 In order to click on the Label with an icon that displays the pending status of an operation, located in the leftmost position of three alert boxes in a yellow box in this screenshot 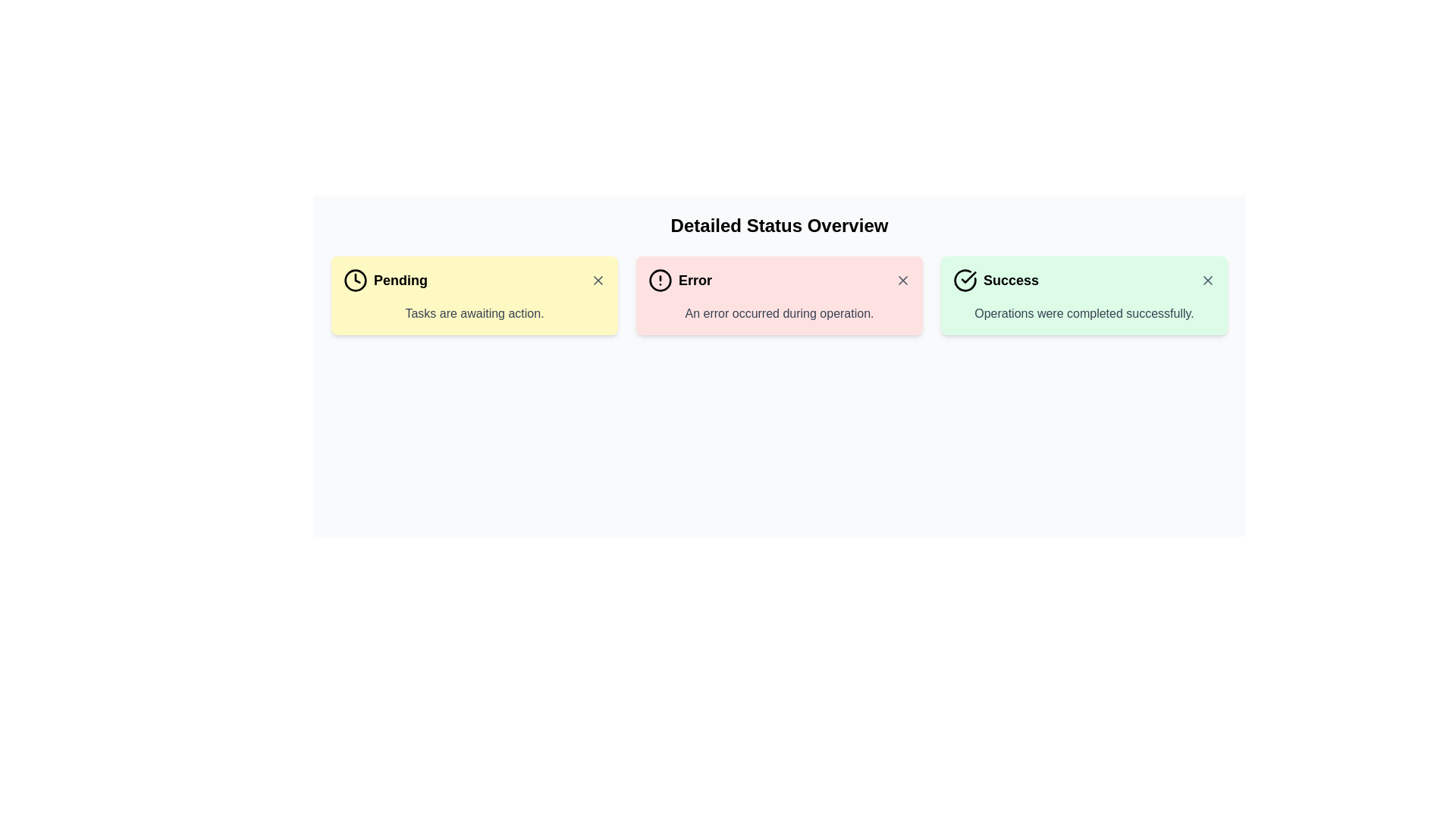, I will do `click(385, 281)`.